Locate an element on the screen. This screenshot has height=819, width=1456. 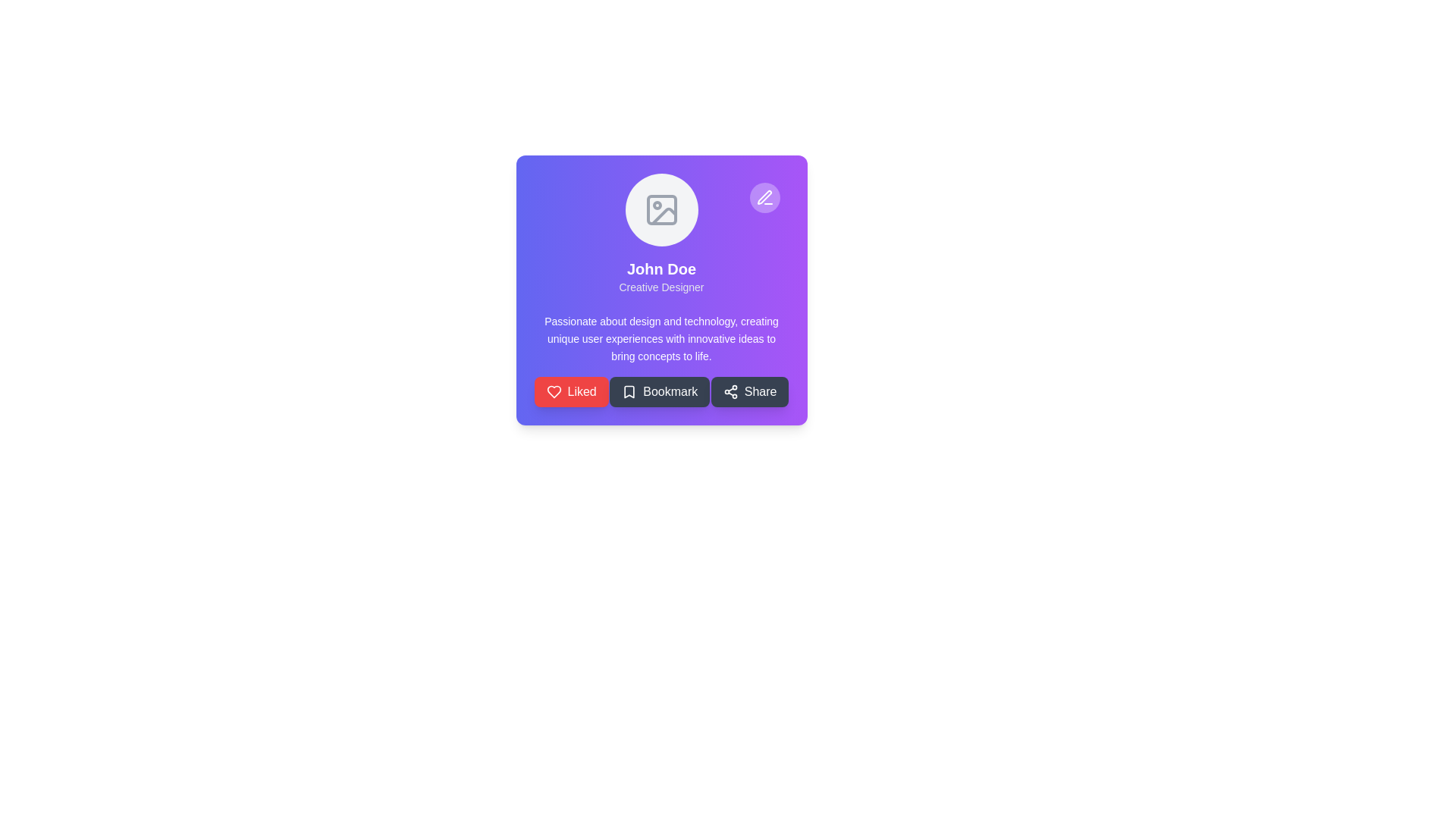
the circular profile image placeholder located at the top-center of the purple rectangular card, which has a gray background and contains a small image icon at its center is located at coordinates (661, 210).